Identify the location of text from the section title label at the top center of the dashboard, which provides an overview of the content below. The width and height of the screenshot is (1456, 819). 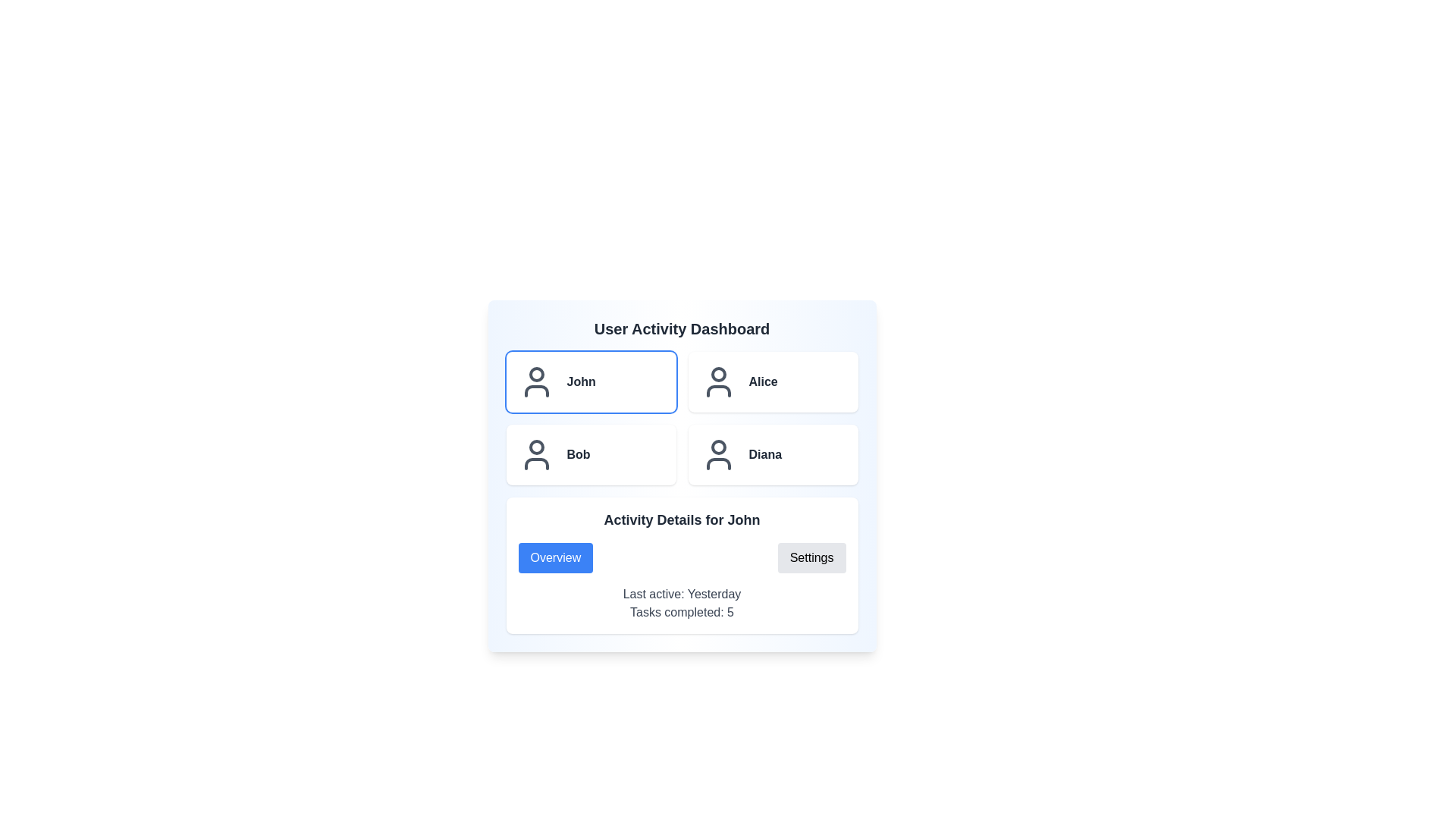
(681, 328).